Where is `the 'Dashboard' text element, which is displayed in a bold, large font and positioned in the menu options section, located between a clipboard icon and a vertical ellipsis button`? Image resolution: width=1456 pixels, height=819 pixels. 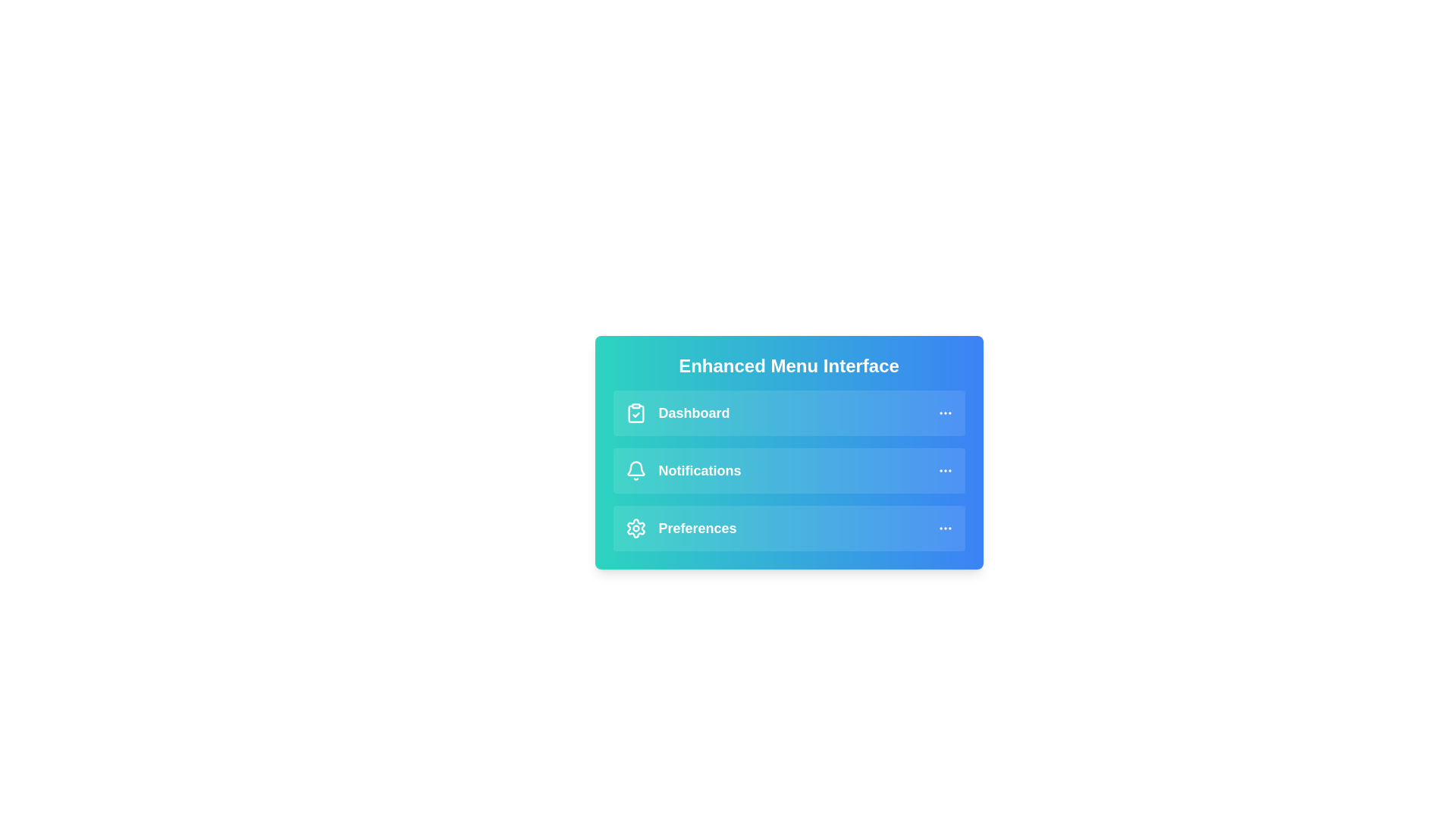
the 'Dashboard' text element, which is displayed in a bold, large font and positioned in the menu options section, located between a clipboard icon and a vertical ellipsis button is located at coordinates (693, 413).